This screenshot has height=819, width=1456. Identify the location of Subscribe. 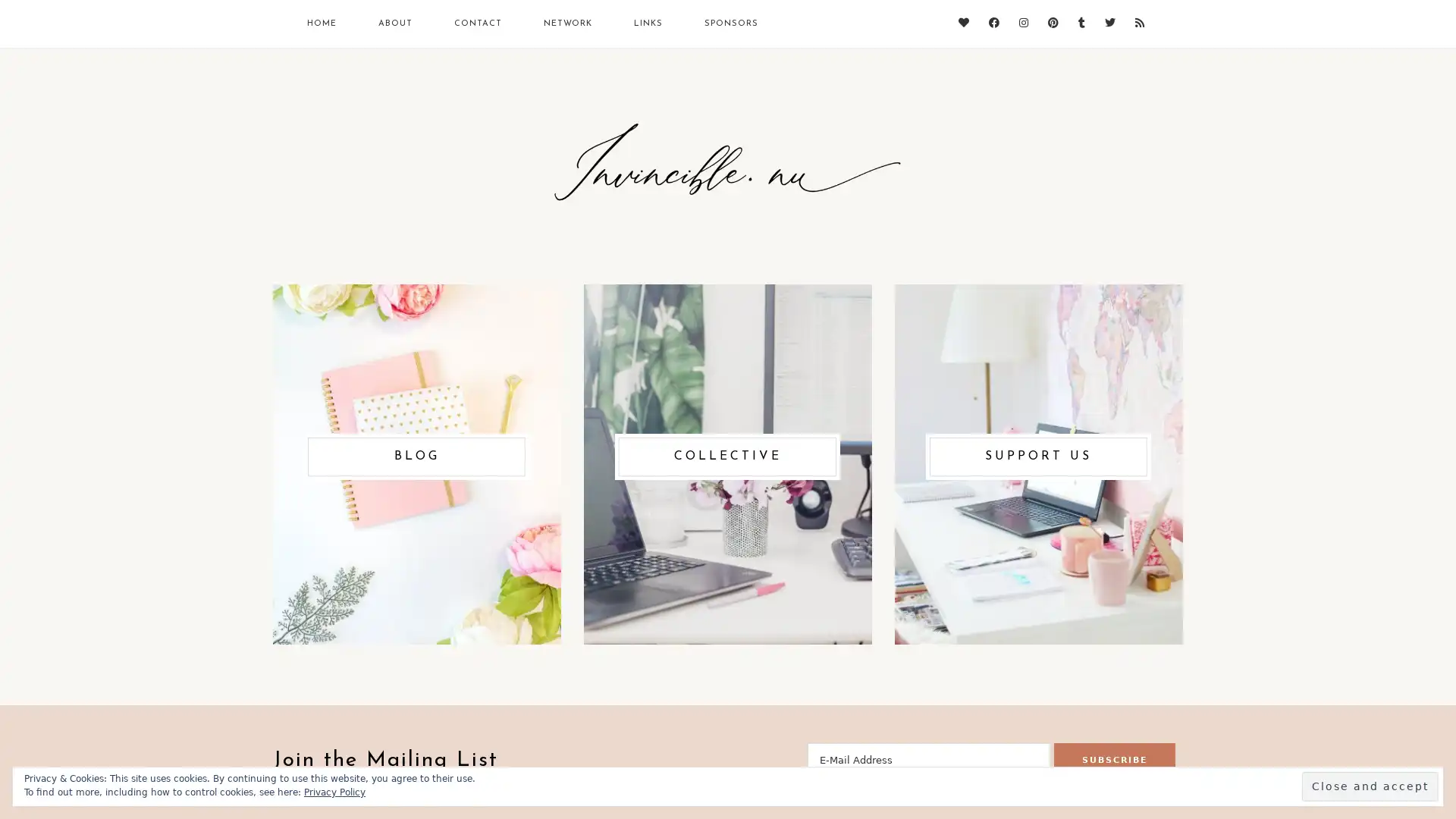
(1114, 760).